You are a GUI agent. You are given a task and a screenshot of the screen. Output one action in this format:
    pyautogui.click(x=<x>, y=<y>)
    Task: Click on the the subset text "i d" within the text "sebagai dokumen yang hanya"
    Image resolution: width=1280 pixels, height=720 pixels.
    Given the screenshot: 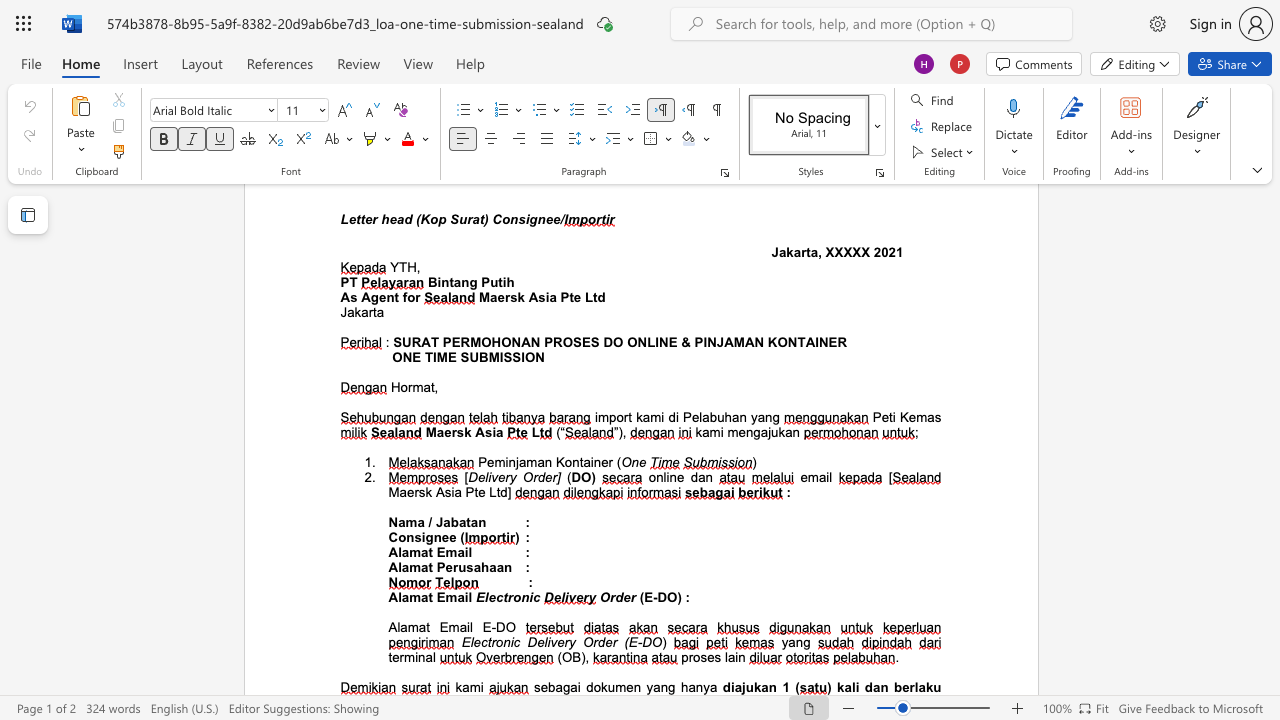 What is the action you would take?
    pyautogui.click(x=576, y=686)
    